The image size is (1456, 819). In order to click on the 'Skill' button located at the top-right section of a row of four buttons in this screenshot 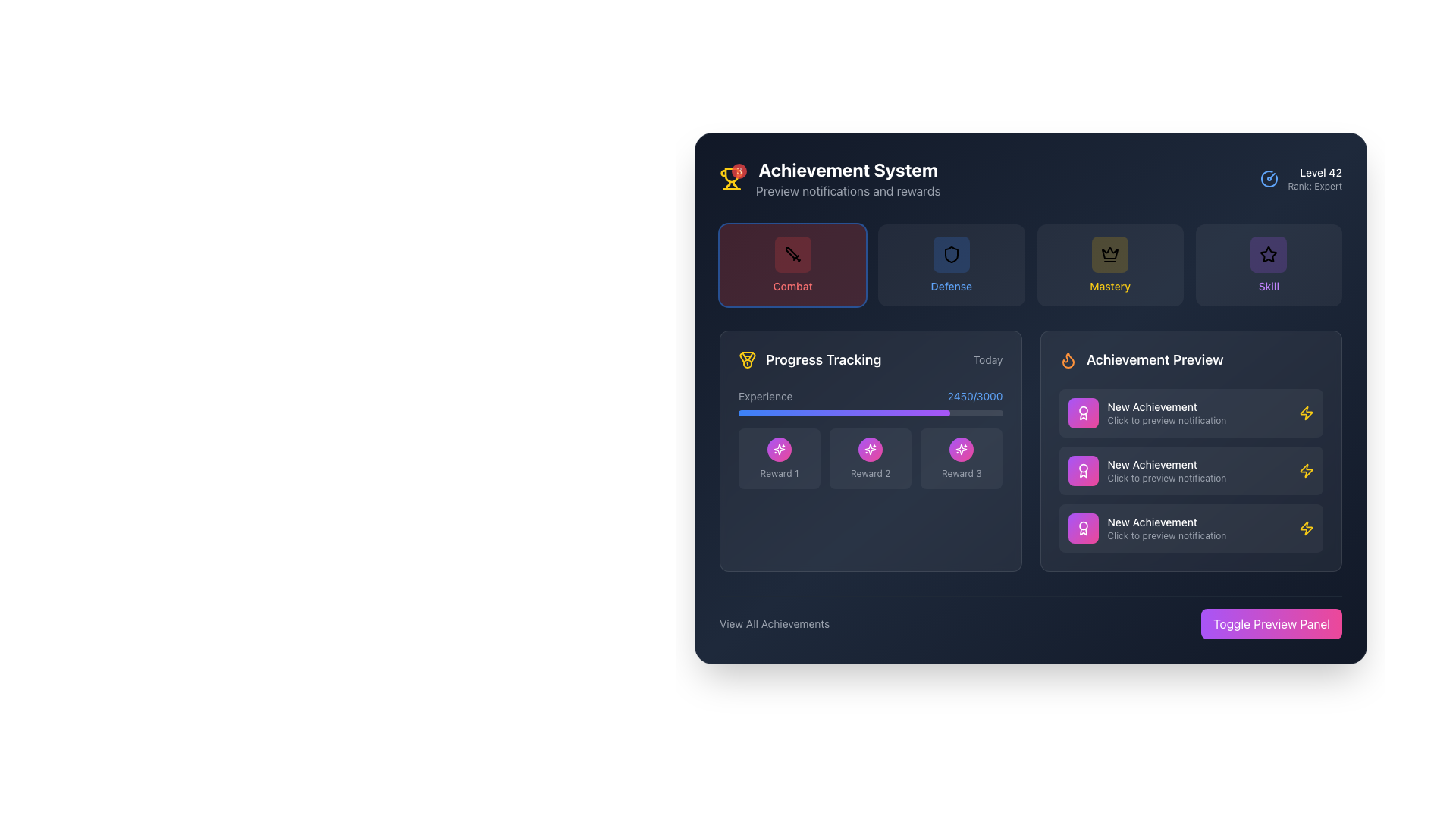, I will do `click(1269, 253)`.